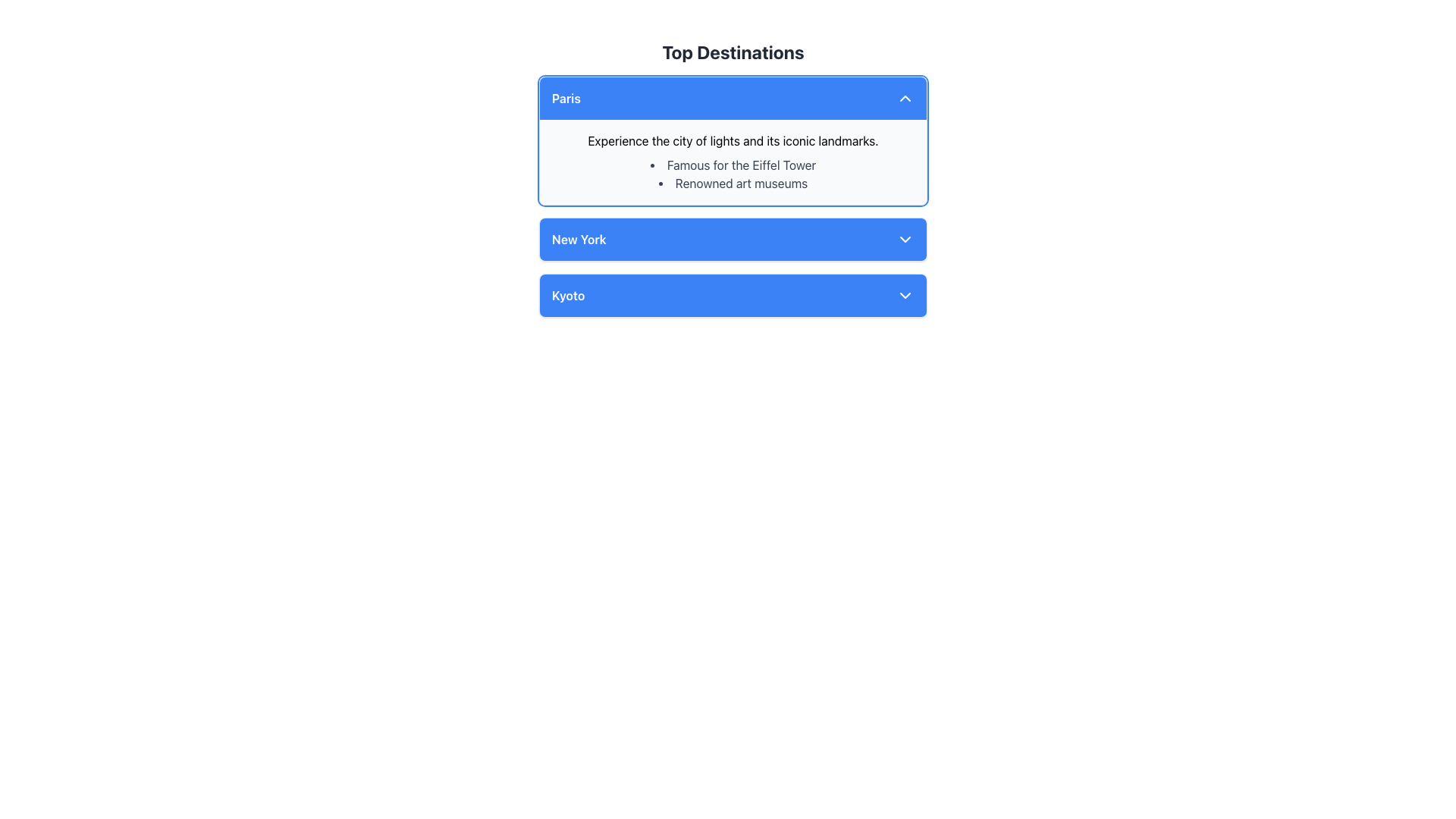  What do you see at coordinates (733, 174) in the screenshot?
I see `the Text List (Bullet Points) under the 'Paris' subsection, which provides details about key attractions and characteristics of the city` at bounding box center [733, 174].